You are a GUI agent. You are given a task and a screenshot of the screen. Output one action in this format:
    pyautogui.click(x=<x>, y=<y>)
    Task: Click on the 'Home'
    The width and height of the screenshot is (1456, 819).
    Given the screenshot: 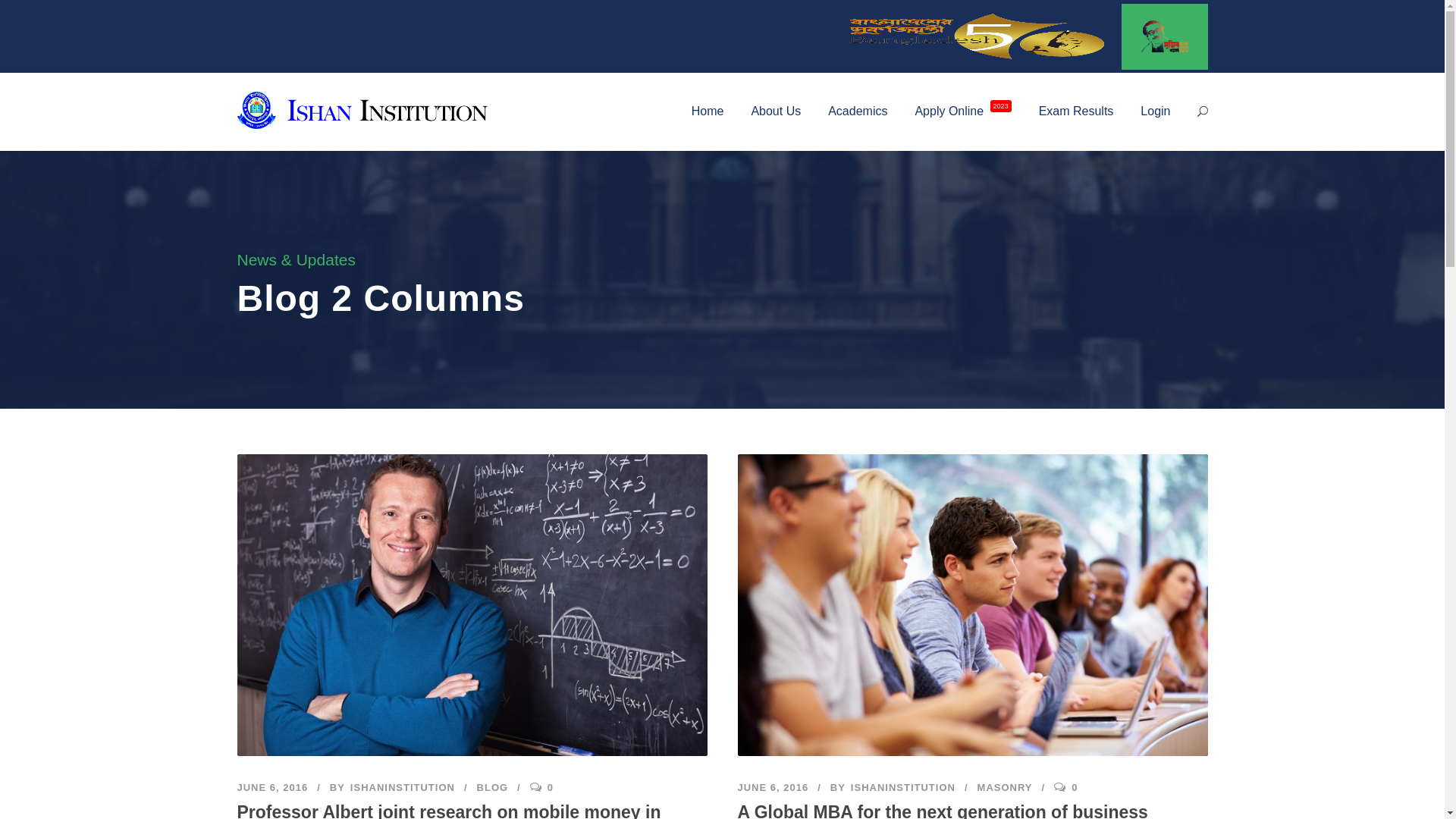 What is the action you would take?
    pyautogui.click(x=691, y=123)
    